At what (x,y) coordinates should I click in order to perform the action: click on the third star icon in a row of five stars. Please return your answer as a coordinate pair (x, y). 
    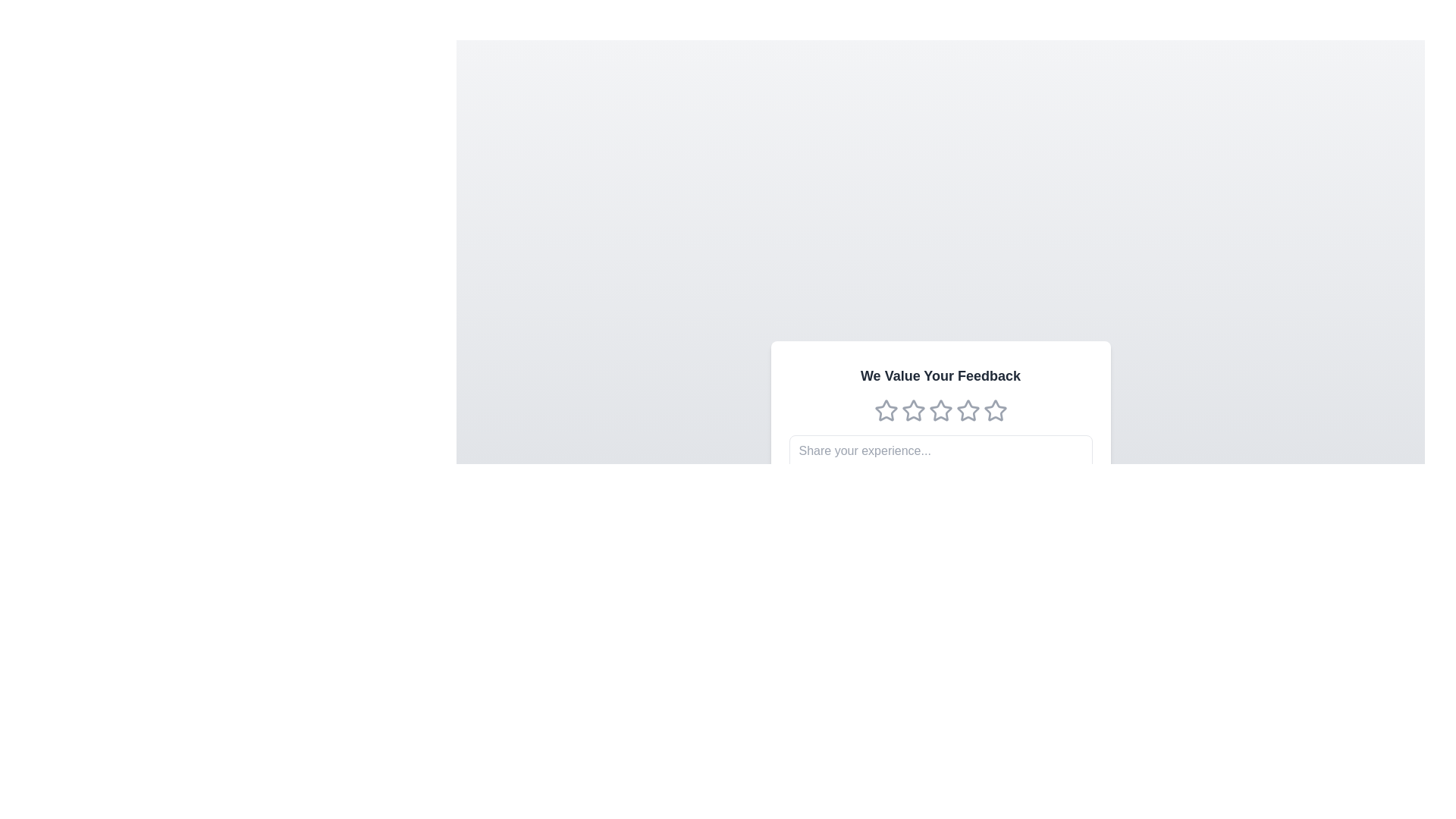
    Looking at the image, I should click on (912, 411).